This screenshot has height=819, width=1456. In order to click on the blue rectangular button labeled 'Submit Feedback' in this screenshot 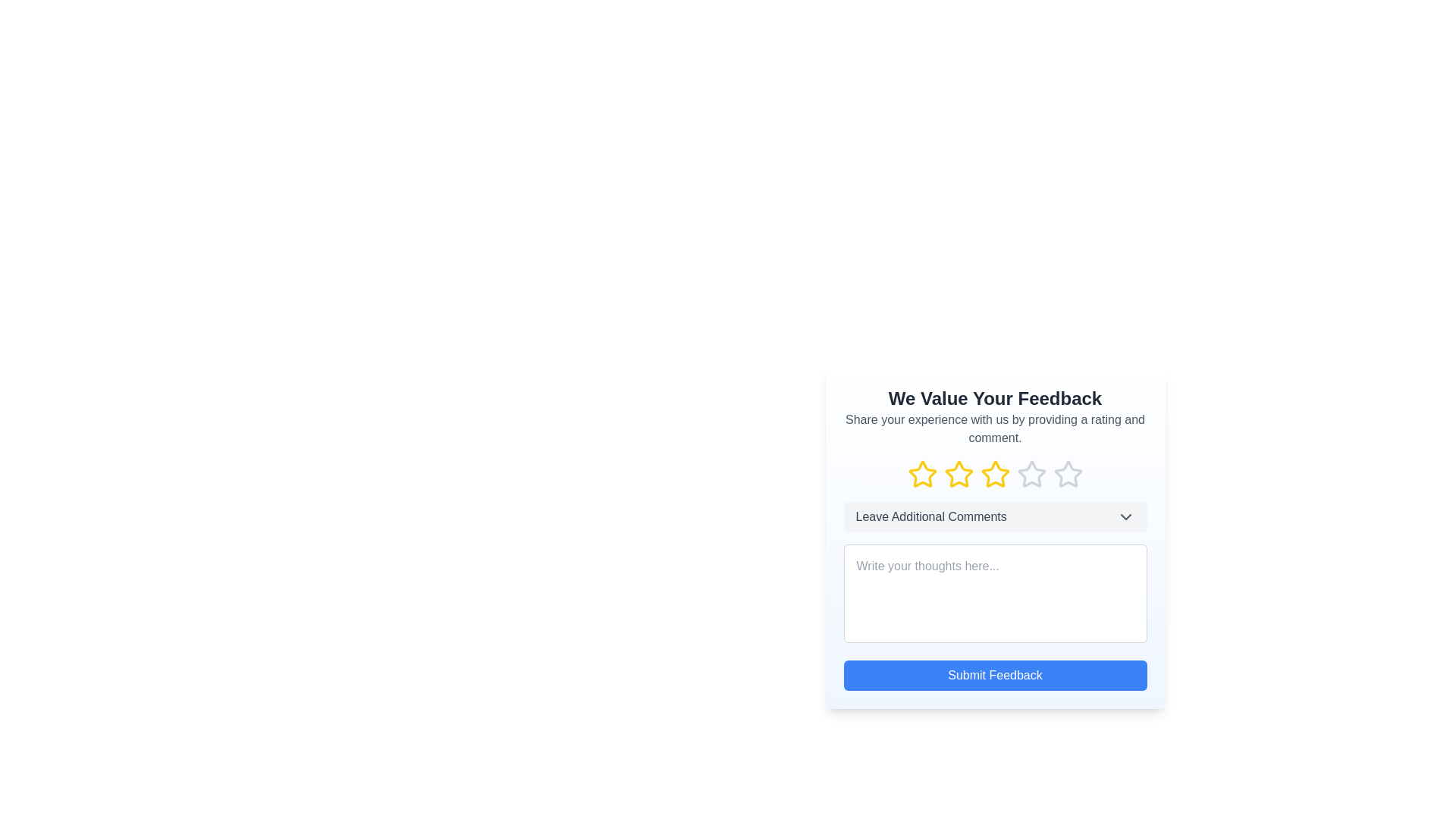, I will do `click(995, 675)`.